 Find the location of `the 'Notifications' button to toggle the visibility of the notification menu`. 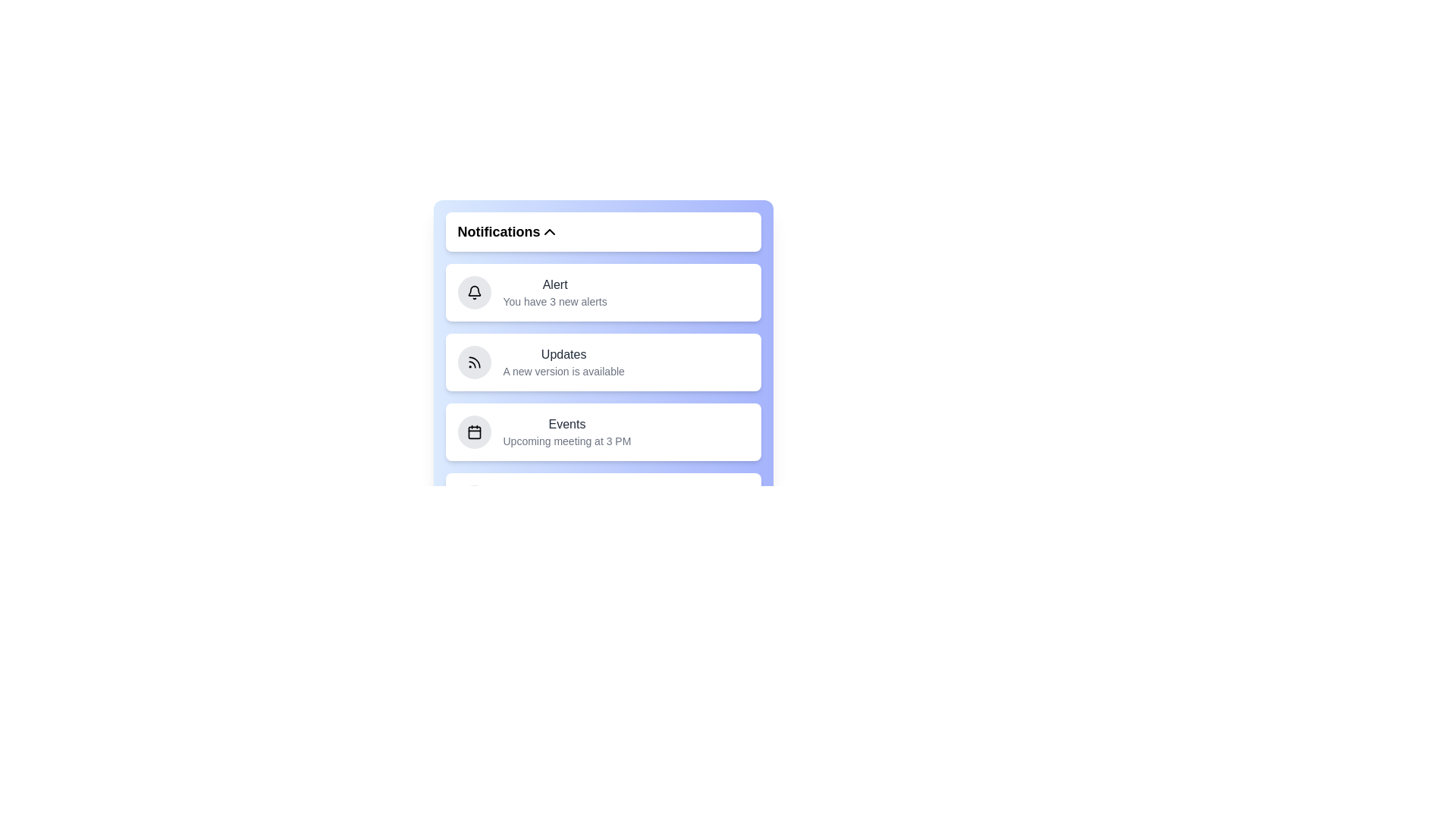

the 'Notifications' button to toggle the visibility of the notification menu is located at coordinates (602, 231).